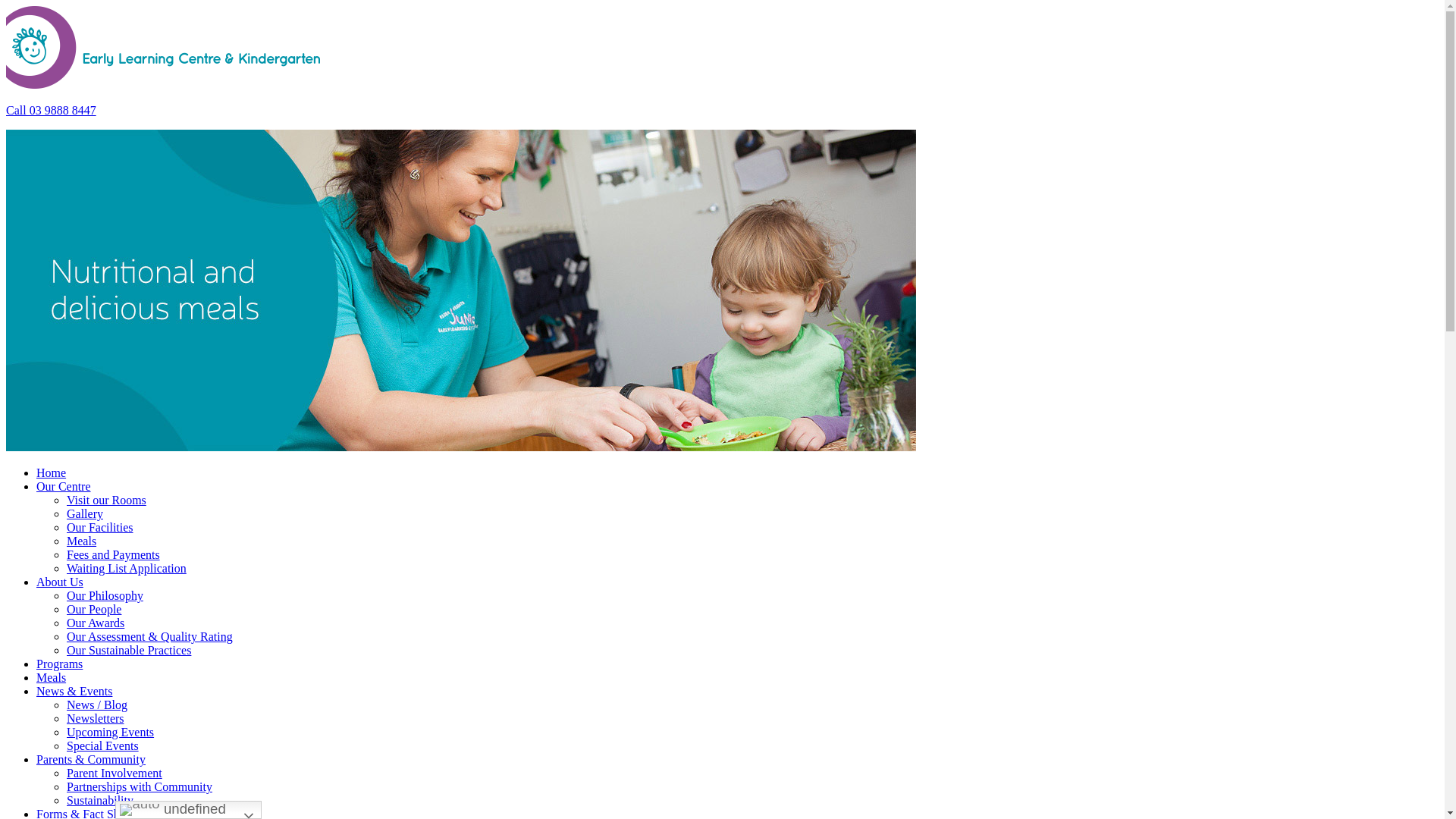  Describe the element at coordinates (36, 759) in the screenshot. I see `'Parents & Community'` at that location.